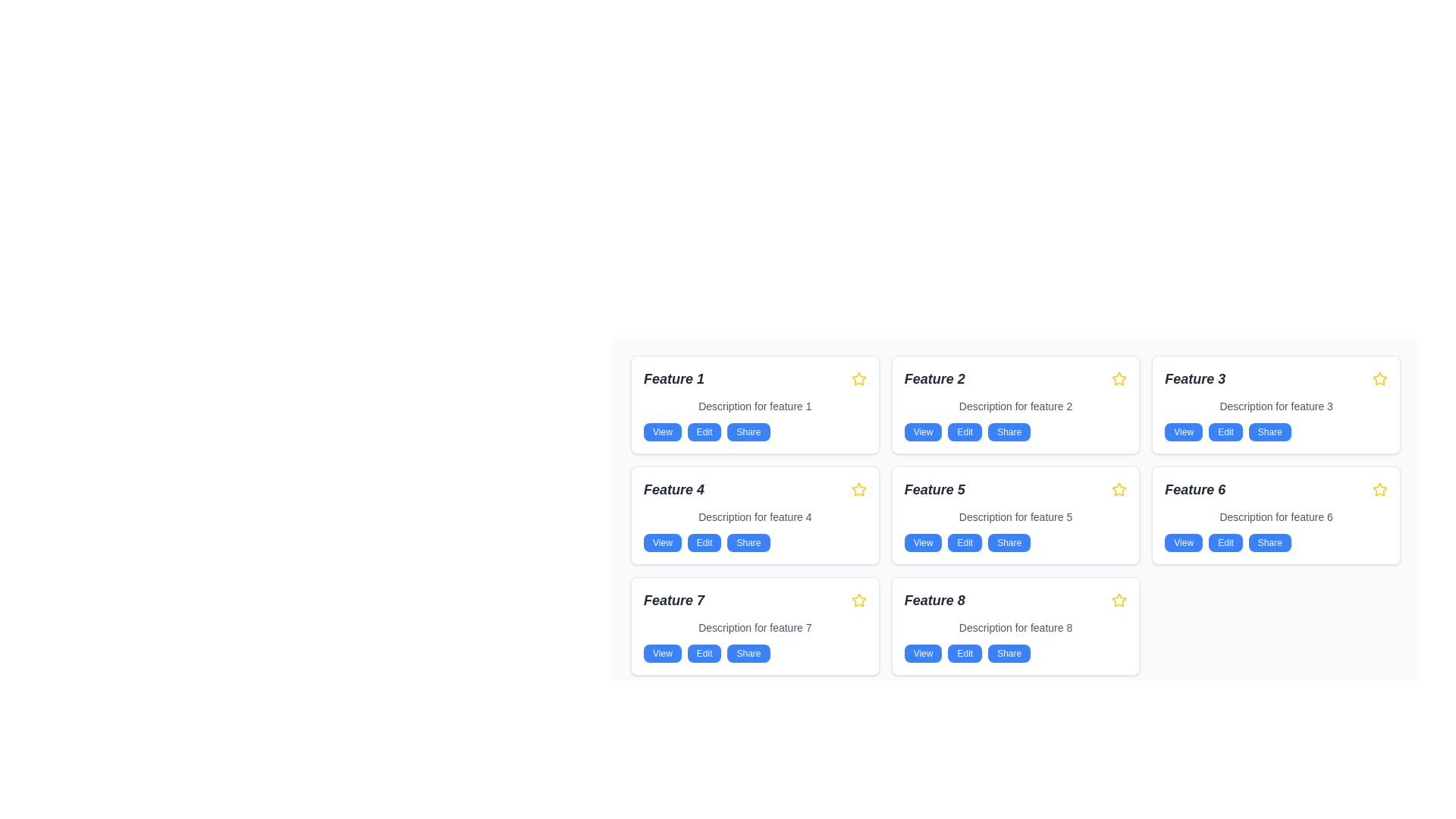 The width and height of the screenshot is (1456, 819). What do you see at coordinates (1119, 489) in the screenshot?
I see `the star icon in the top-right corner of the card labeled 'Feature 5' to mark it as preferred or important` at bounding box center [1119, 489].